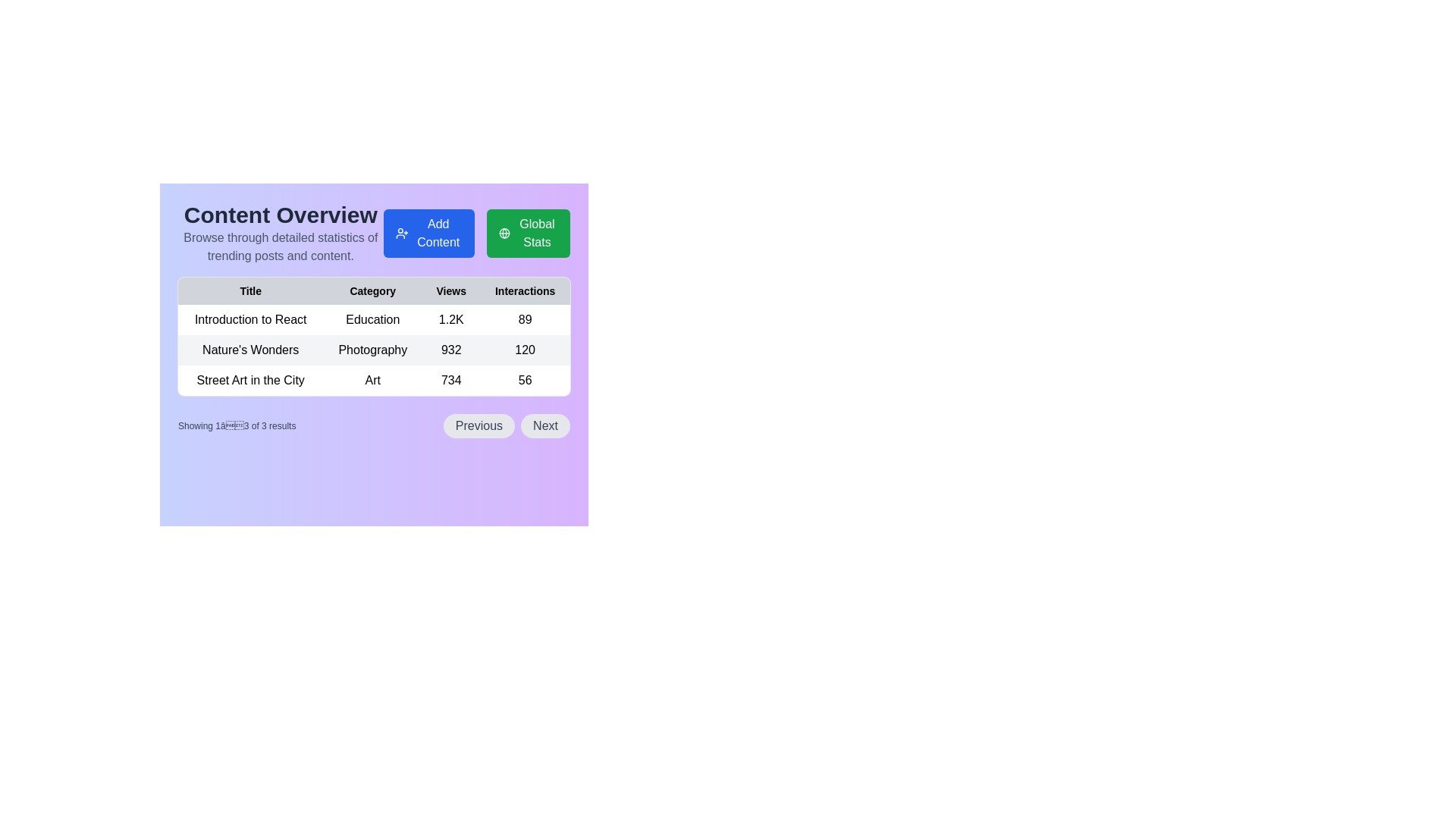 This screenshot has width=1456, height=819. I want to click on the 'Add Content' button with a blue background and white text, so click(428, 234).